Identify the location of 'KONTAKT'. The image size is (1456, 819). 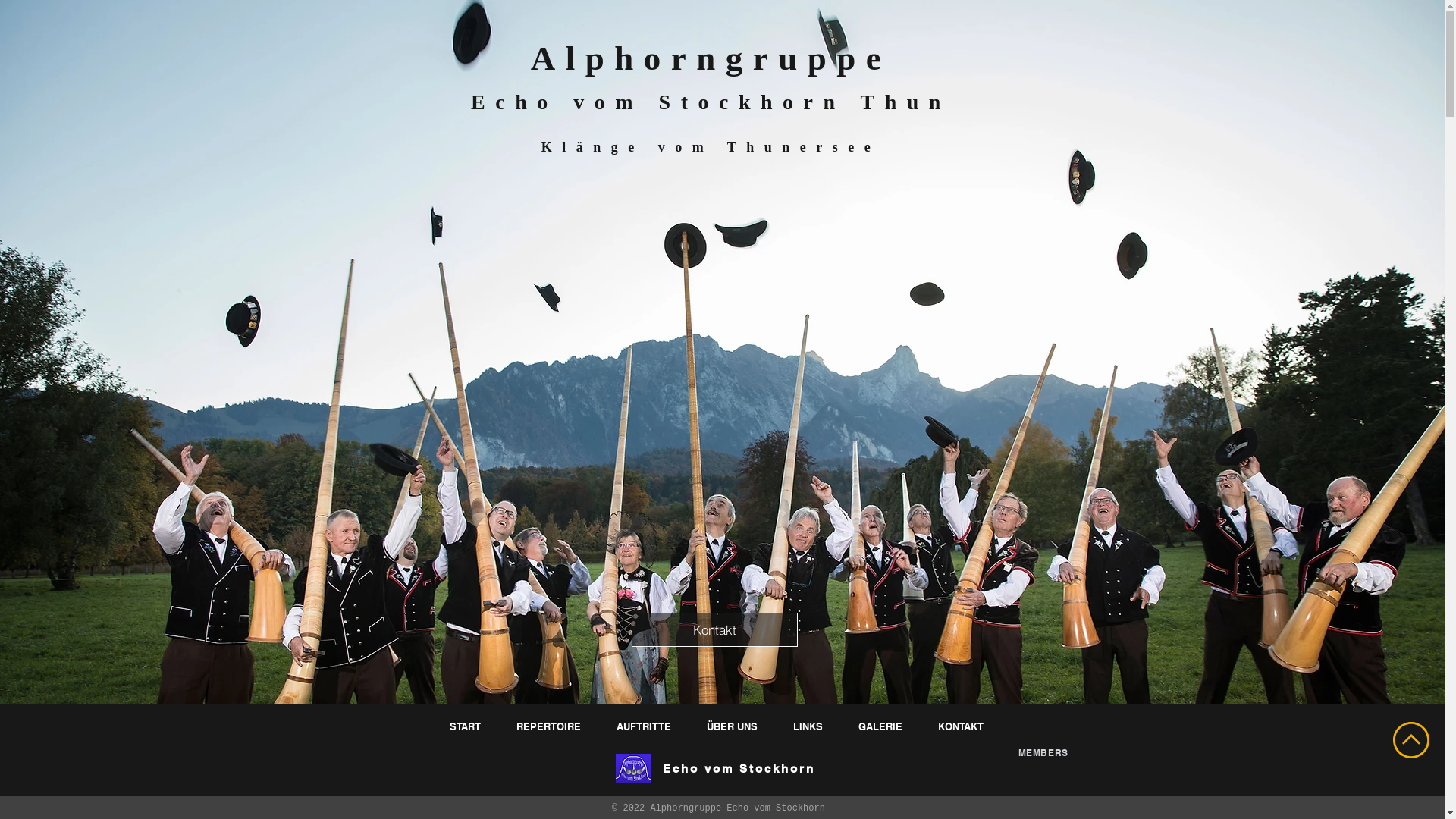
(962, 726).